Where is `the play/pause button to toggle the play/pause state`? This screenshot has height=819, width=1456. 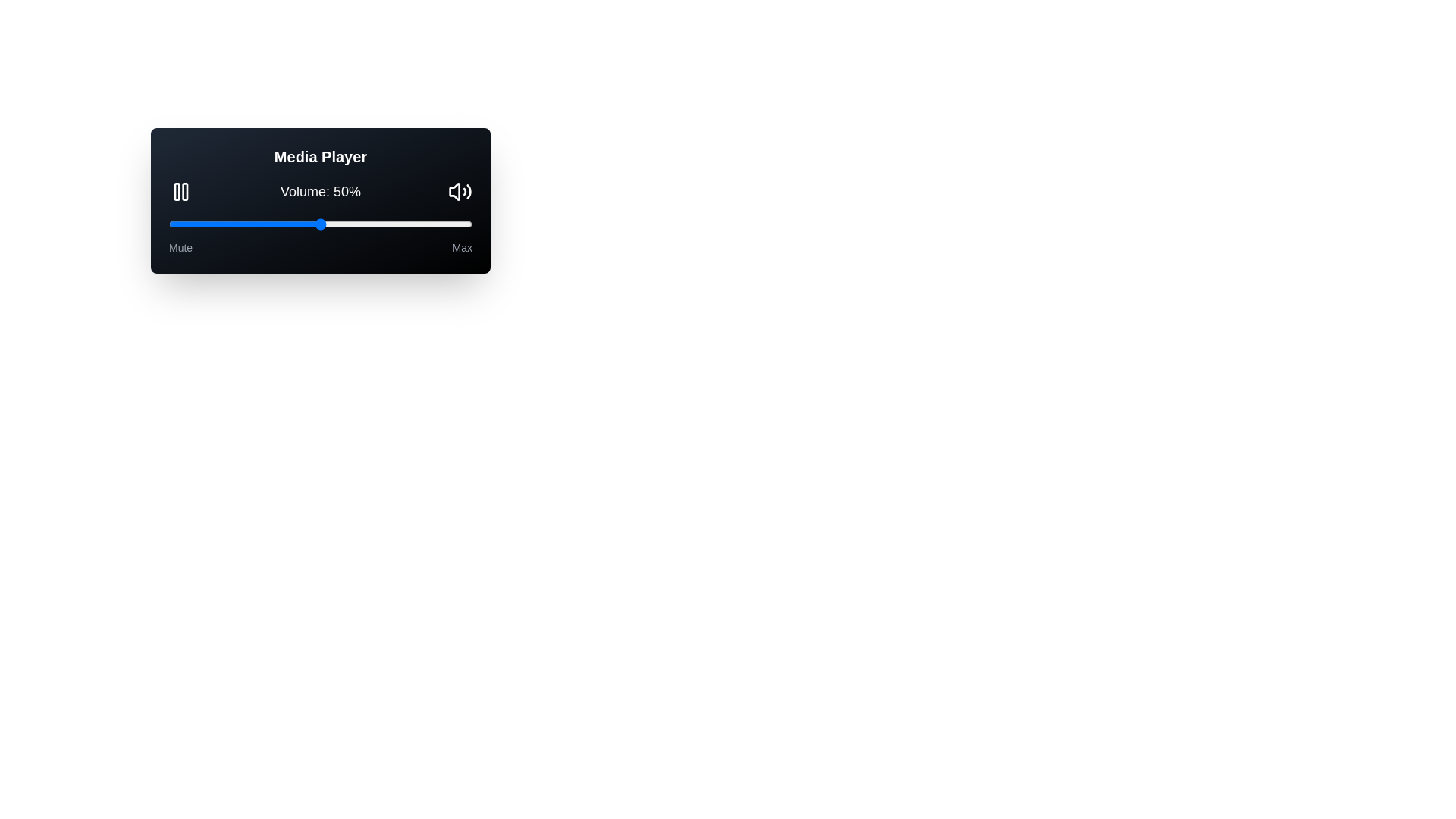
the play/pause button to toggle the play/pause state is located at coordinates (181, 191).